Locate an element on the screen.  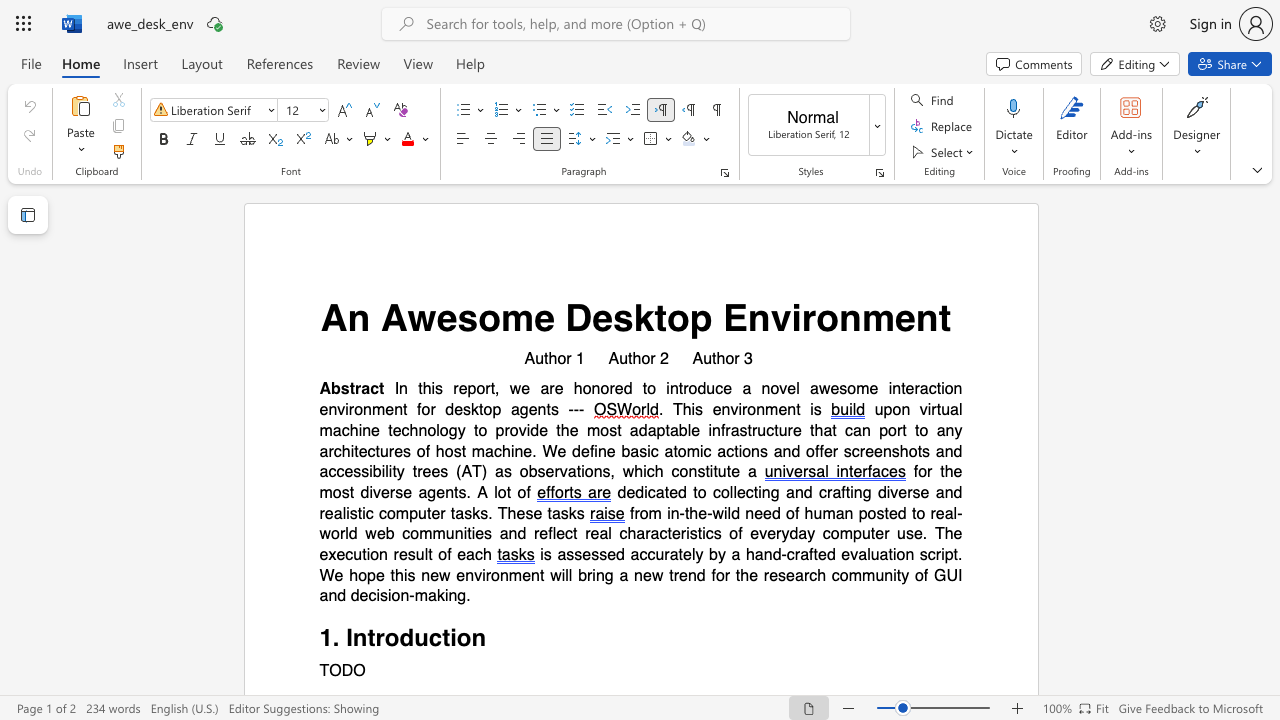
the 1th character "e" in the text is located at coordinates (433, 575).